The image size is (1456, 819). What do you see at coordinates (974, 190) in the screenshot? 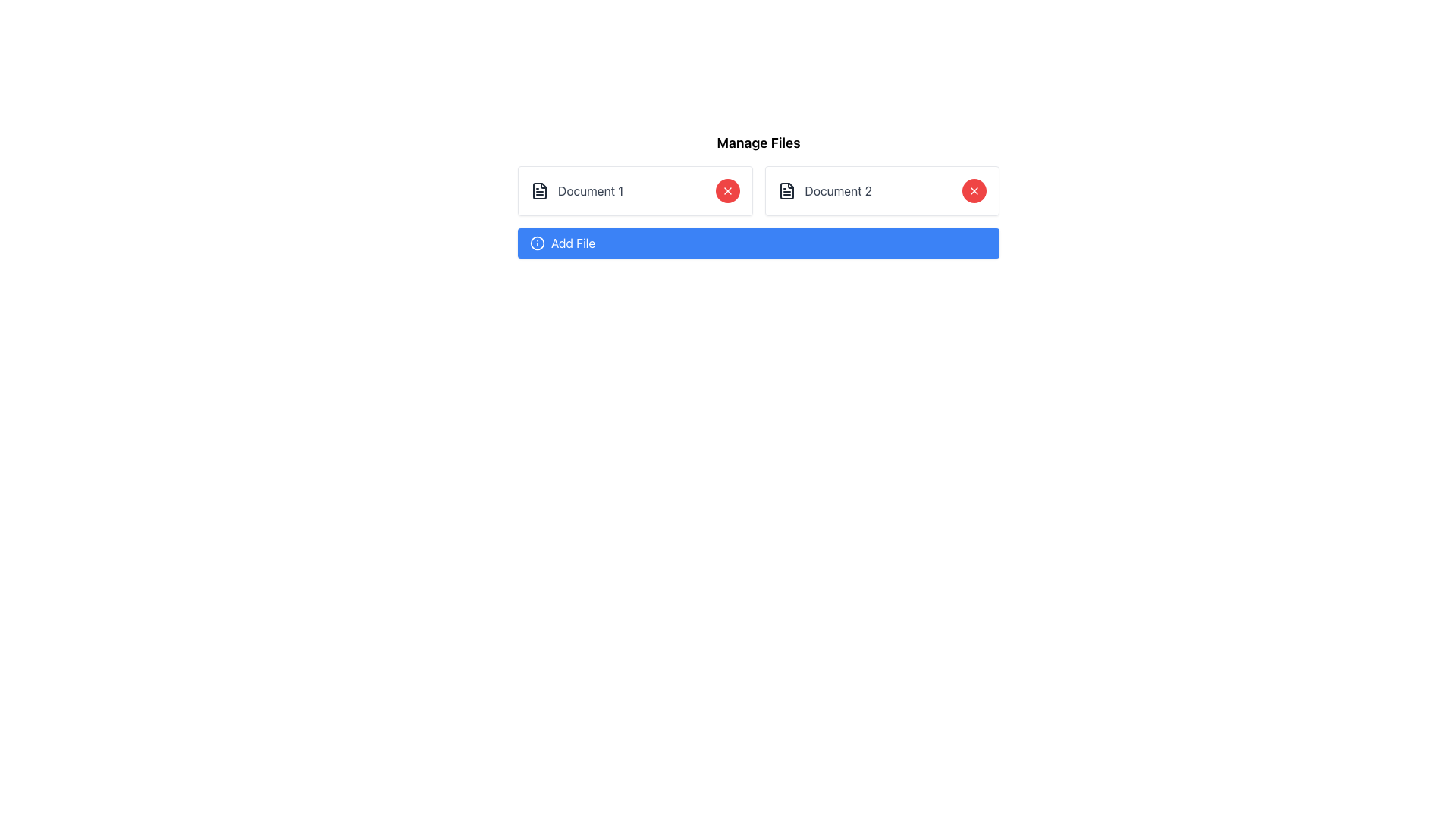
I see `the dismiss button for 'Document 2'` at bounding box center [974, 190].